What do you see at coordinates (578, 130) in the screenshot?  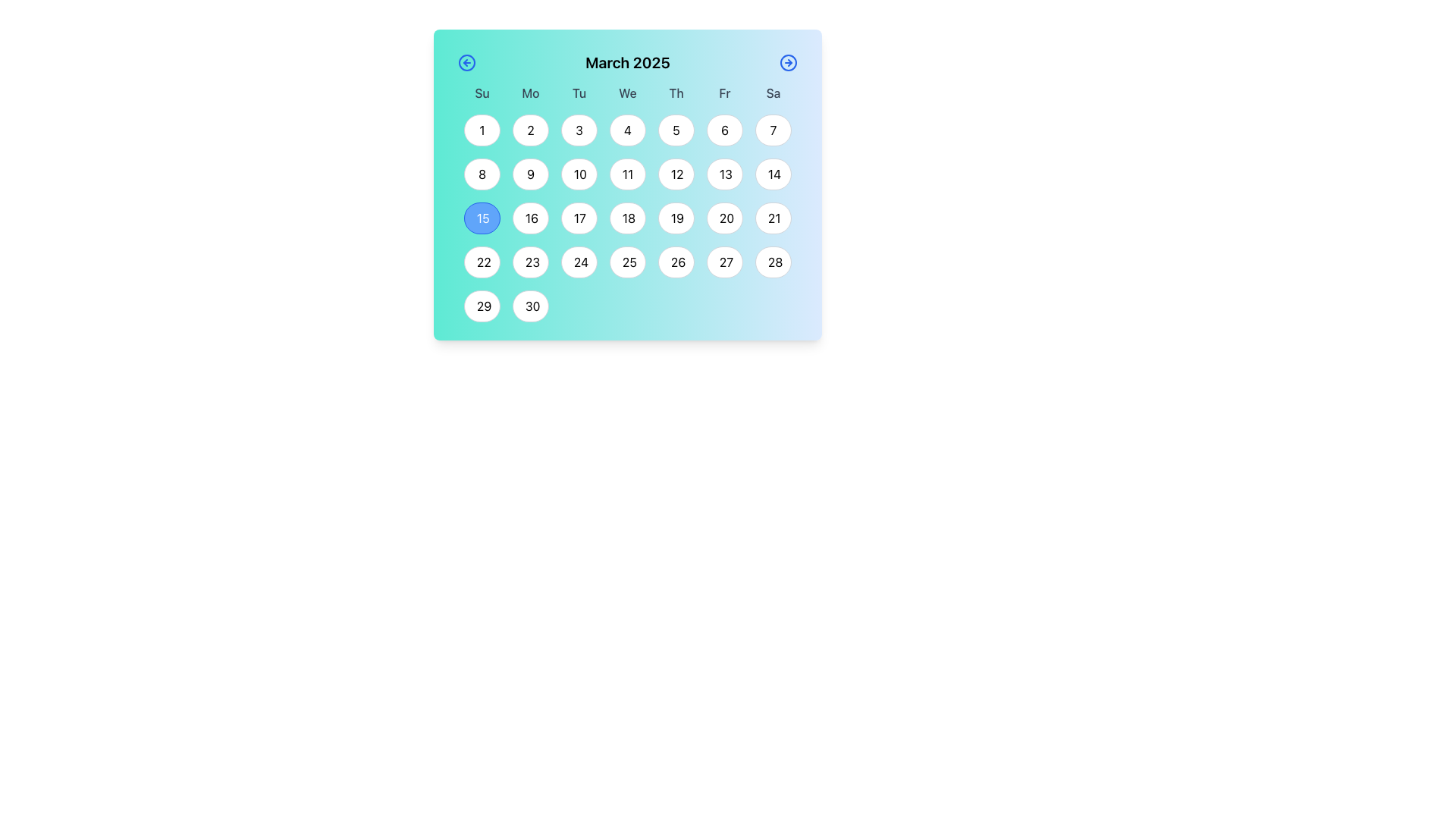 I see `the '3' button in the calendar representing Tuesday to trigger a visual change` at bounding box center [578, 130].